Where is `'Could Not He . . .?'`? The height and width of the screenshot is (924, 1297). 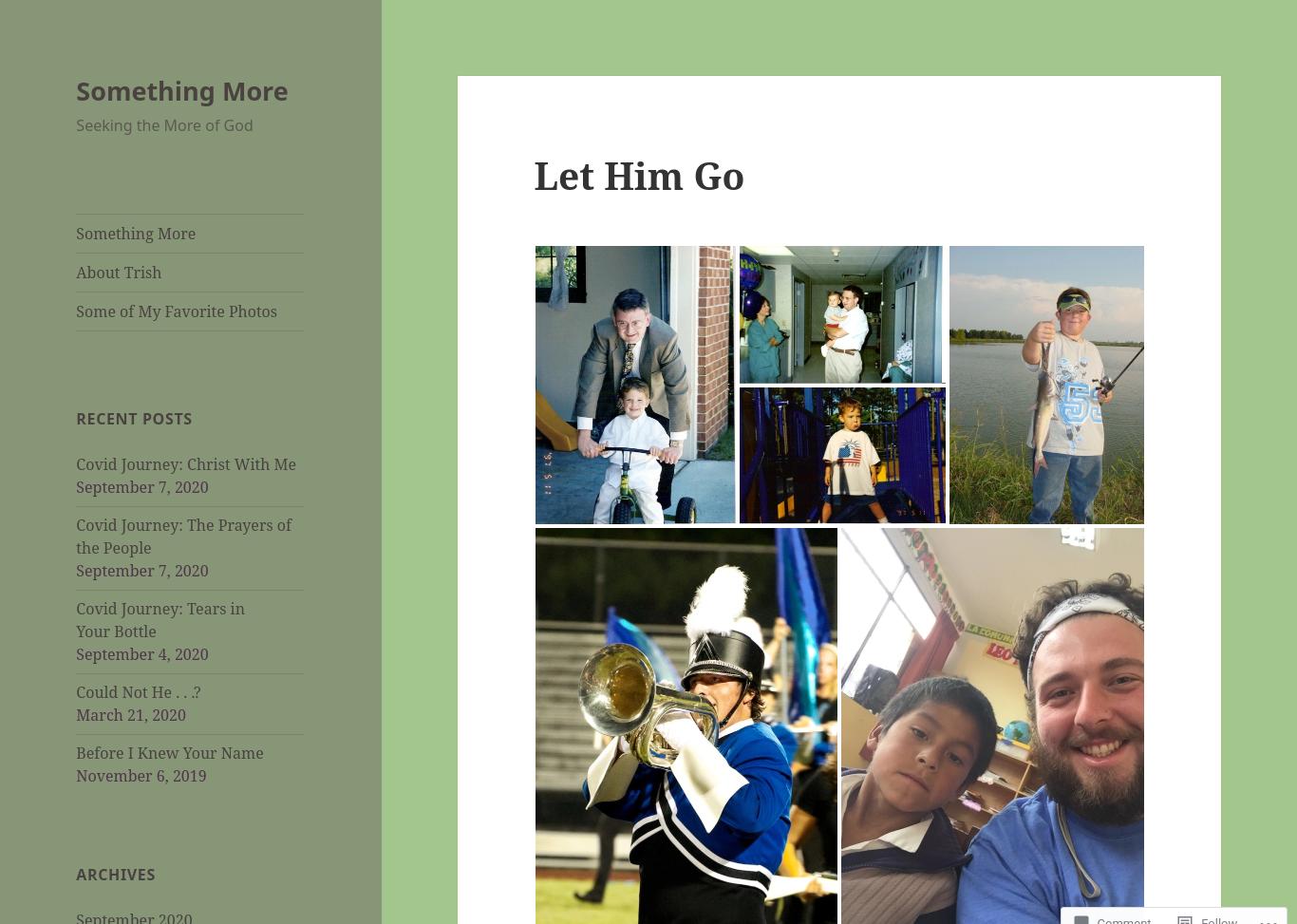
'Could Not He . . .?' is located at coordinates (137, 691).